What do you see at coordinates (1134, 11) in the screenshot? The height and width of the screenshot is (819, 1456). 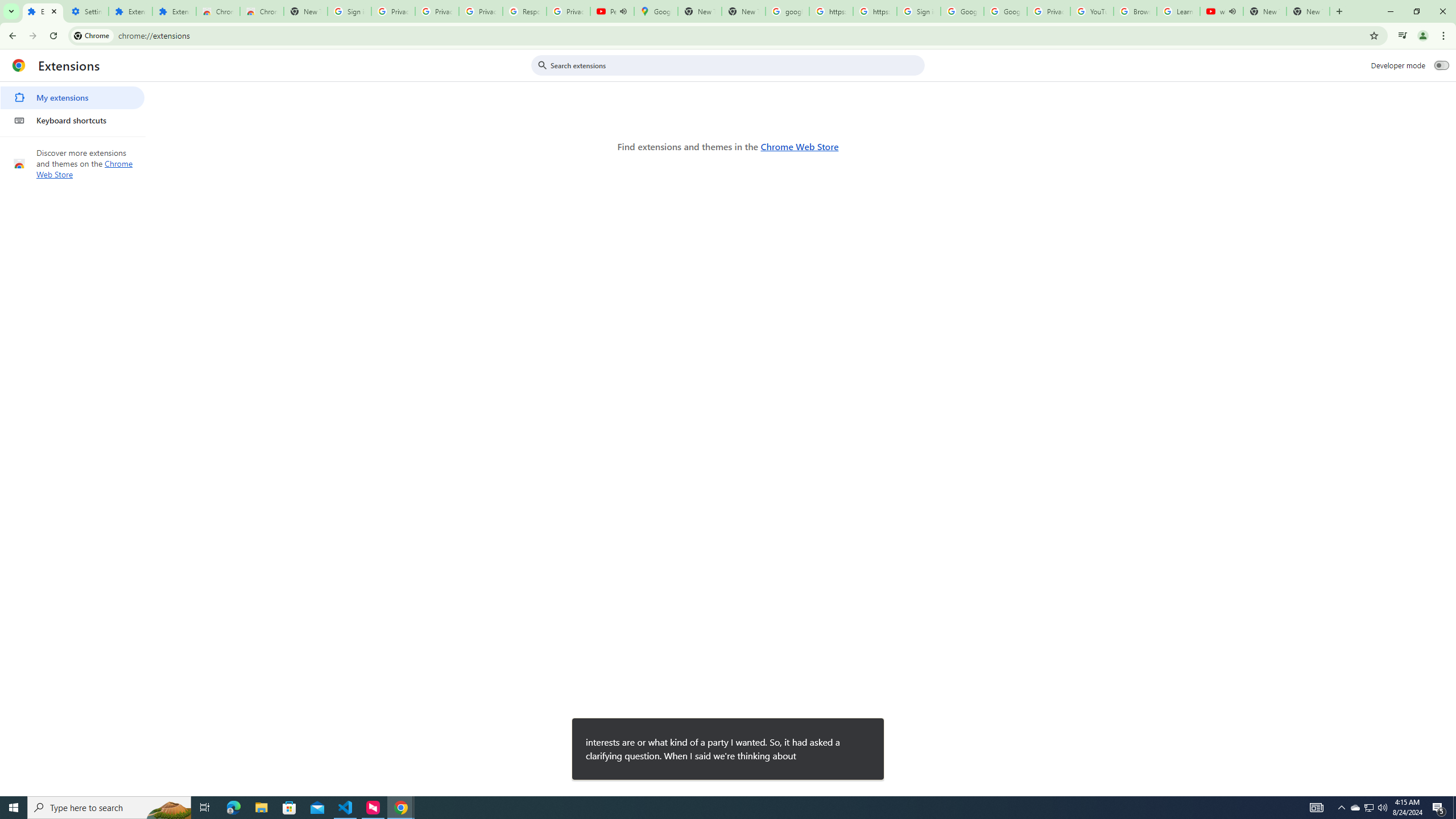 I see `'Browse Chrome as a guest - Computer - Google Chrome Help'` at bounding box center [1134, 11].